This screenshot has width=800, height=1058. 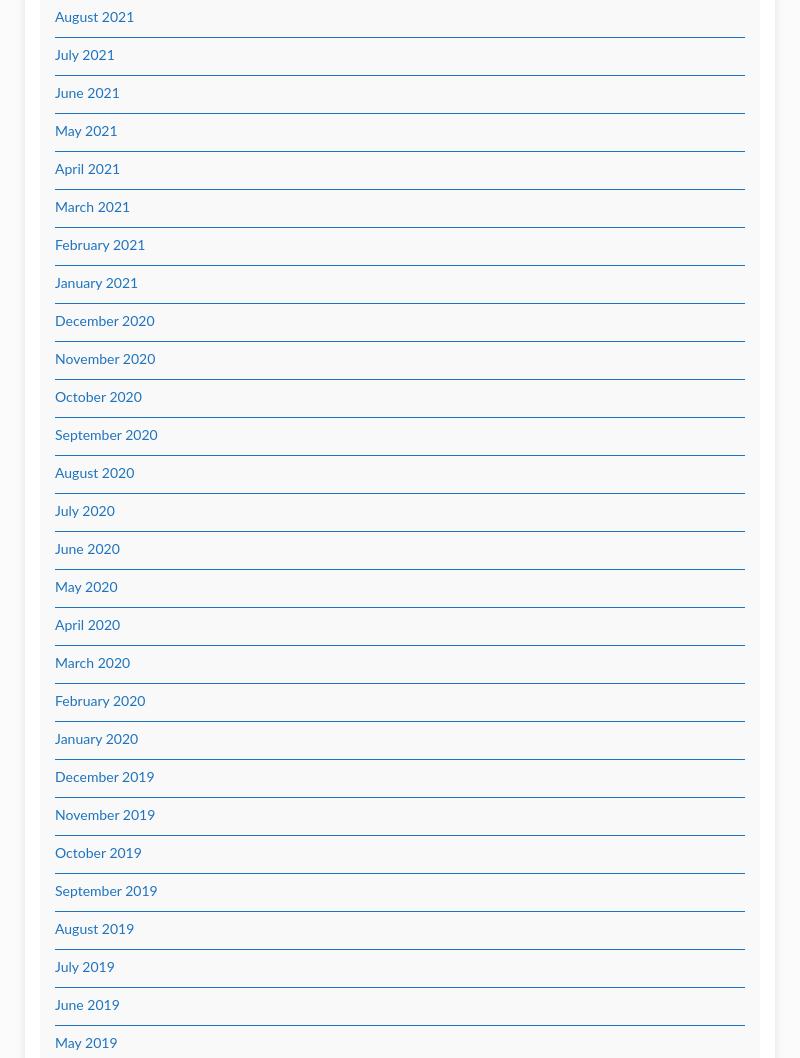 I want to click on 'December 2019', so click(x=103, y=777).